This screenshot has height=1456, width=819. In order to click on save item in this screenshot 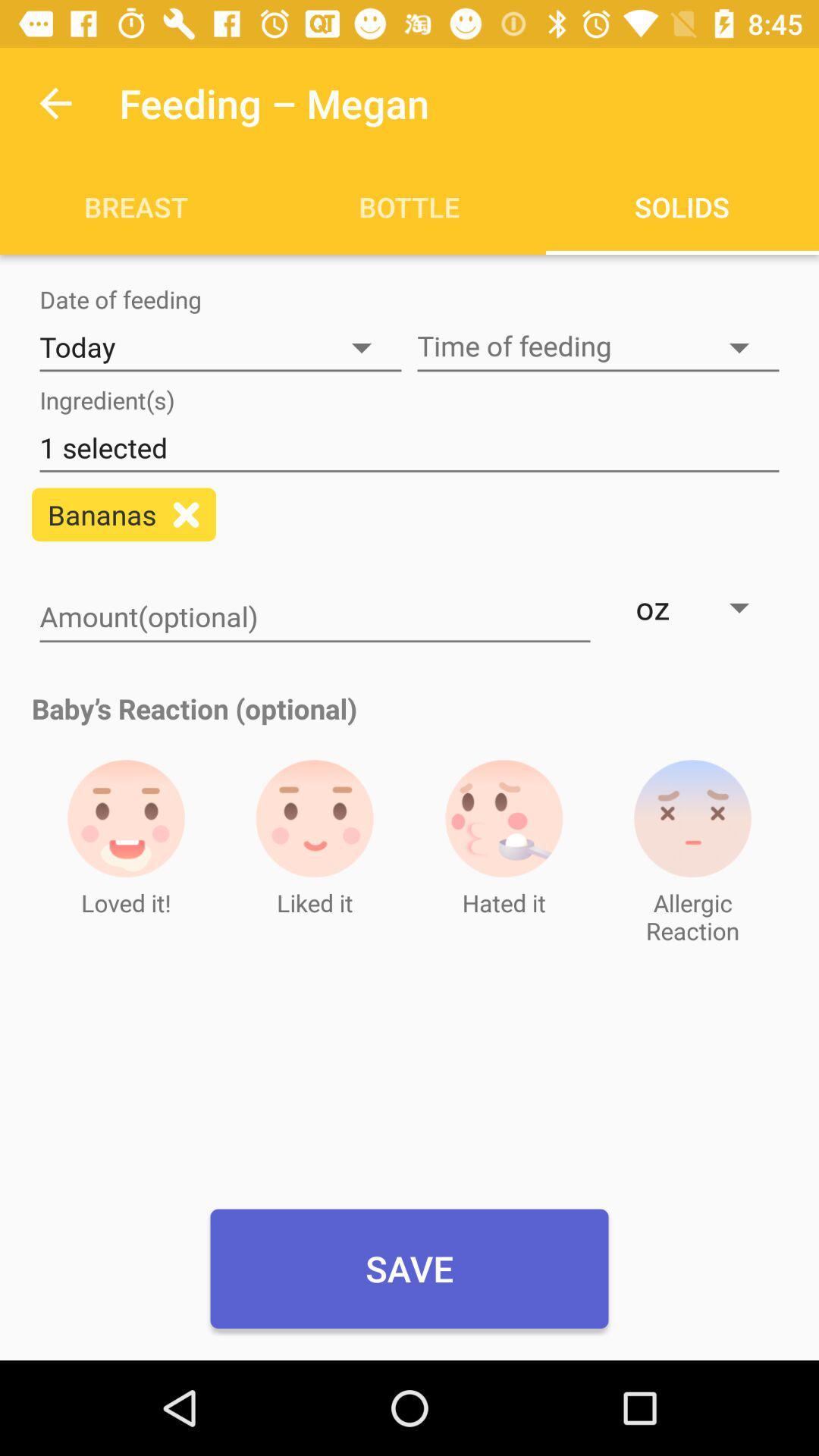, I will do `click(409, 1269)`.